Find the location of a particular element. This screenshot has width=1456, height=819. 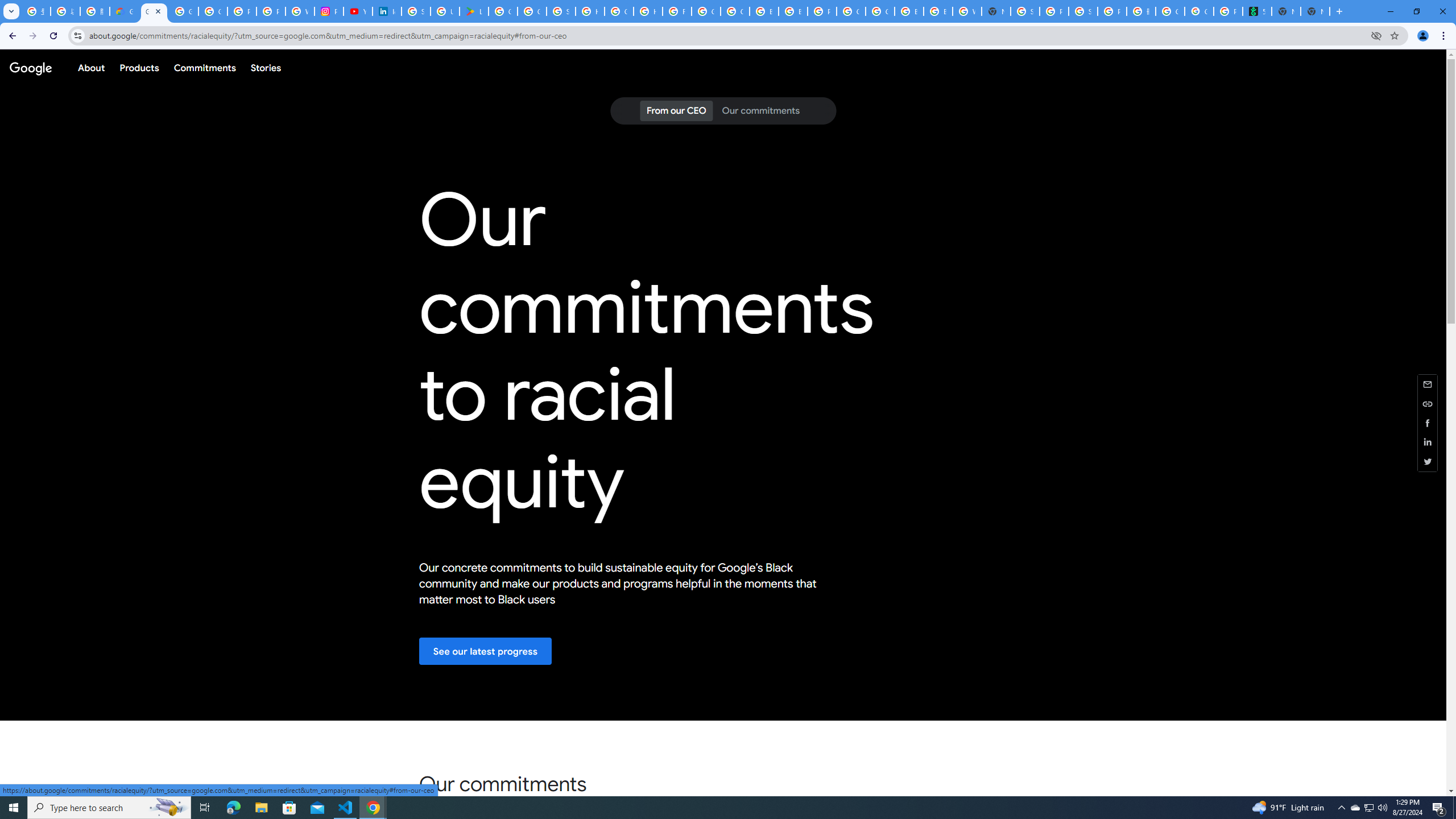

'Share this page (Facebook)' is located at coordinates (1428, 422).